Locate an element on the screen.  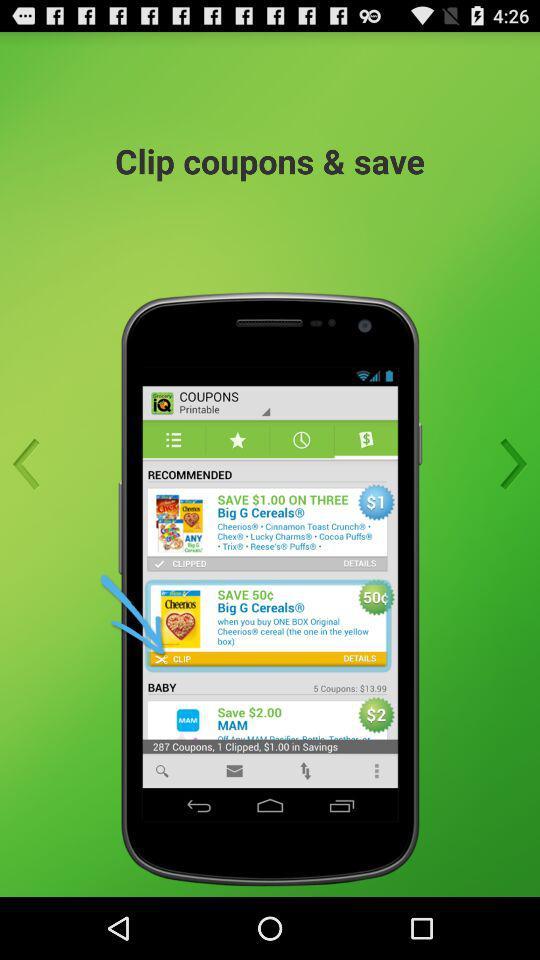
the arrow_forward icon is located at coordinates (507, 495).